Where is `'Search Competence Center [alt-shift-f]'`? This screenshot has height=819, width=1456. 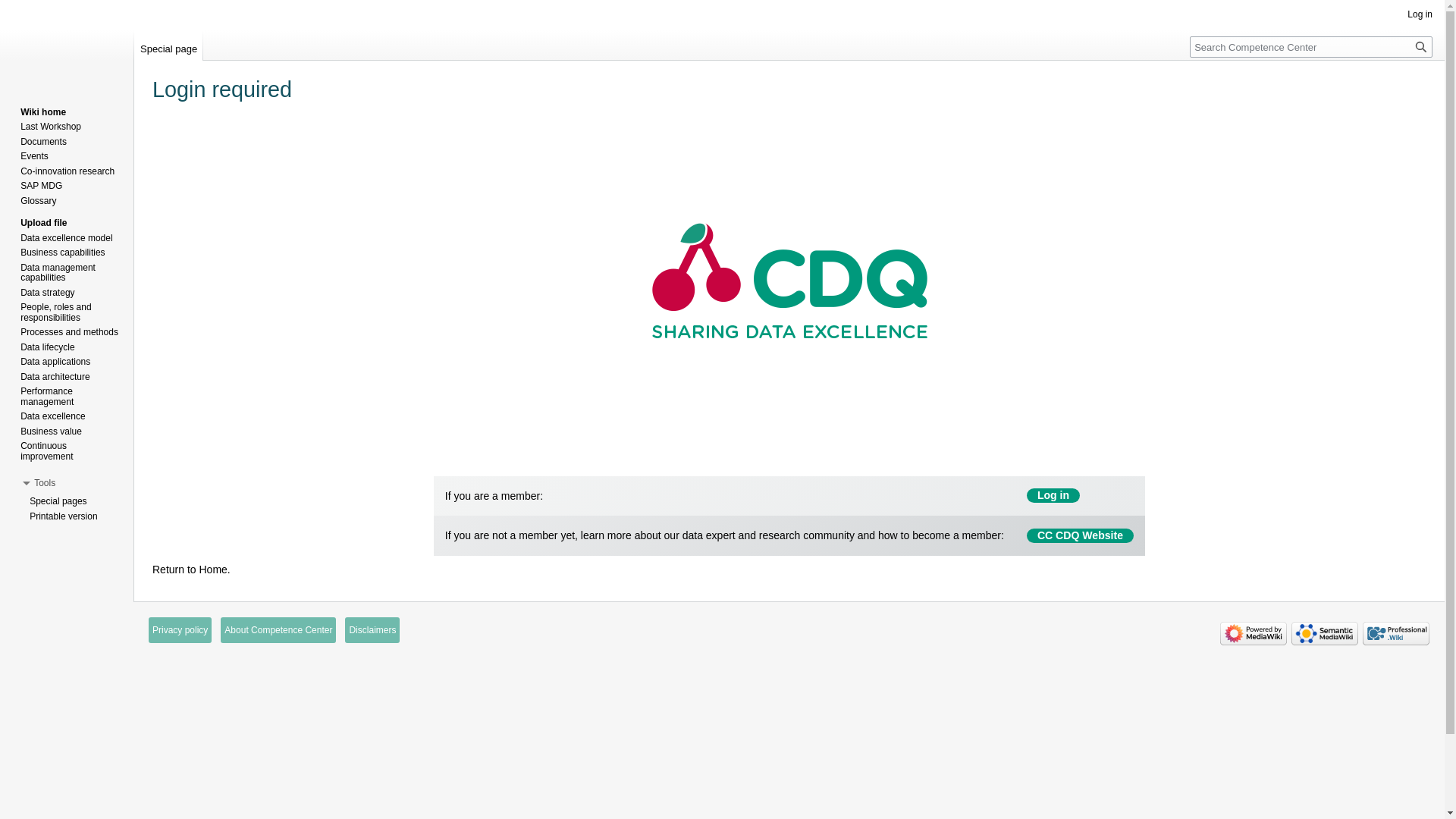
'Search Competence Center [alt-shift-f]' is located at coordinates (1189, 45).